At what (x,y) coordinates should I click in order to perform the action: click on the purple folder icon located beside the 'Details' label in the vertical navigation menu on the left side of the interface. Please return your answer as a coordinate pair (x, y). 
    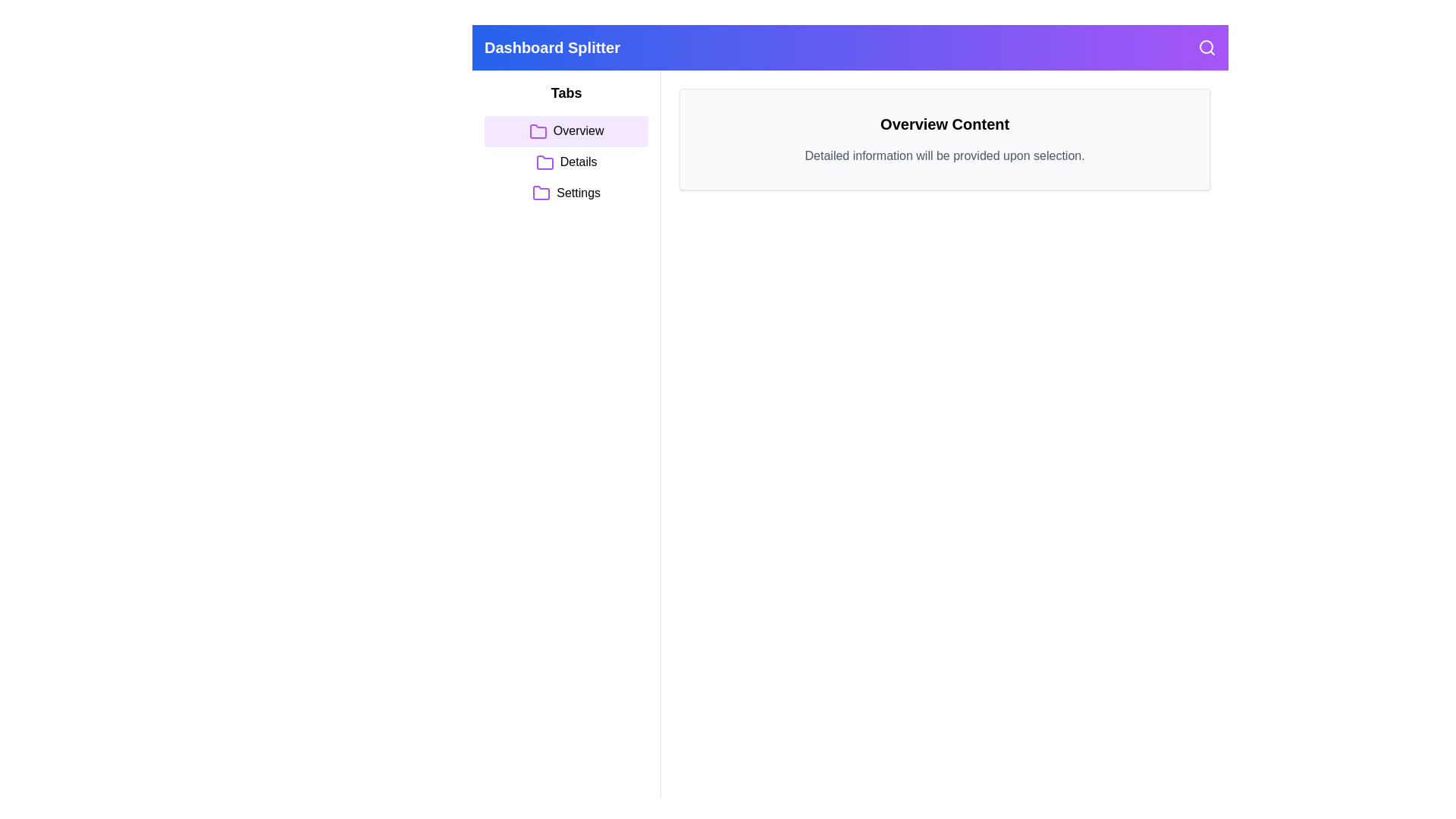
    Looking at the image, I should click on (544, 162).